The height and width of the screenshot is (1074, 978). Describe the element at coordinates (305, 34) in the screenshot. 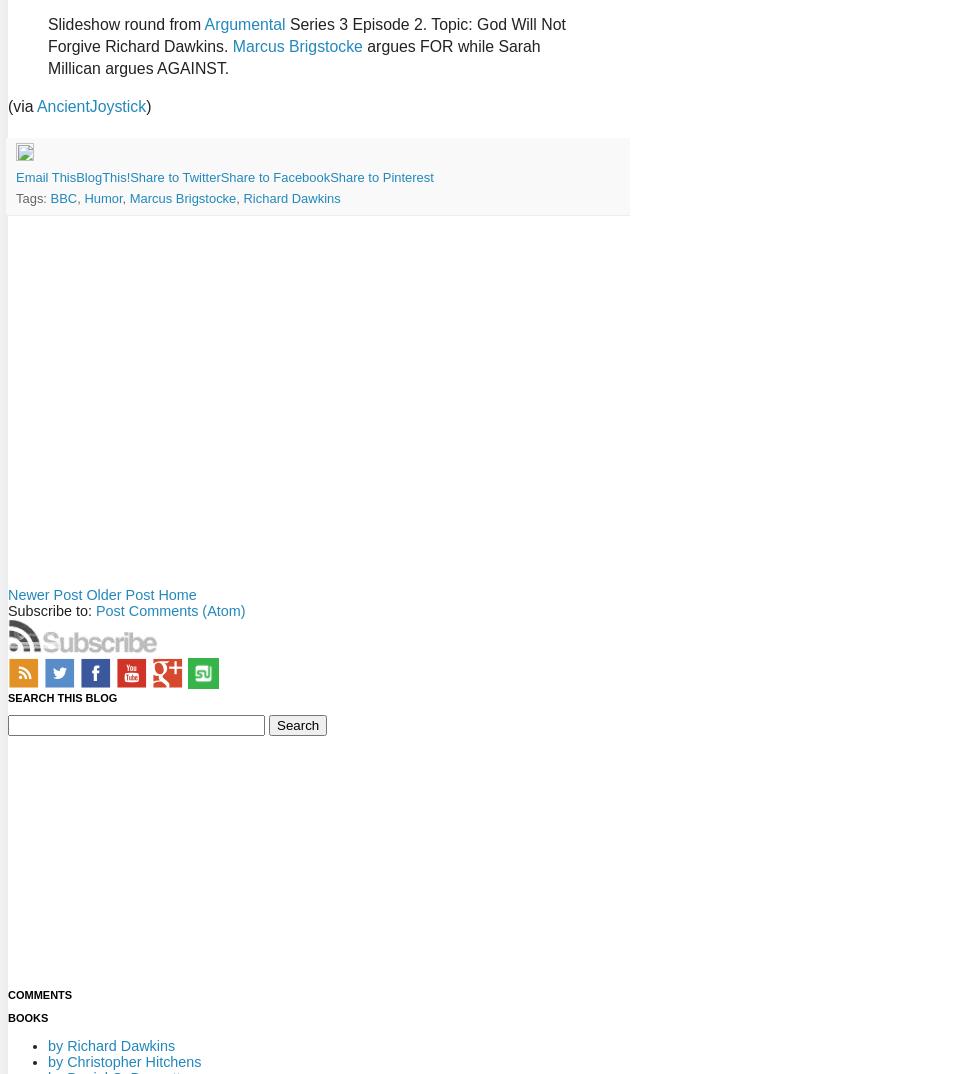

I see `'Series 3 Episode 2. Topic: God Will Not Forgive Richard Dawkins.'` at that location.